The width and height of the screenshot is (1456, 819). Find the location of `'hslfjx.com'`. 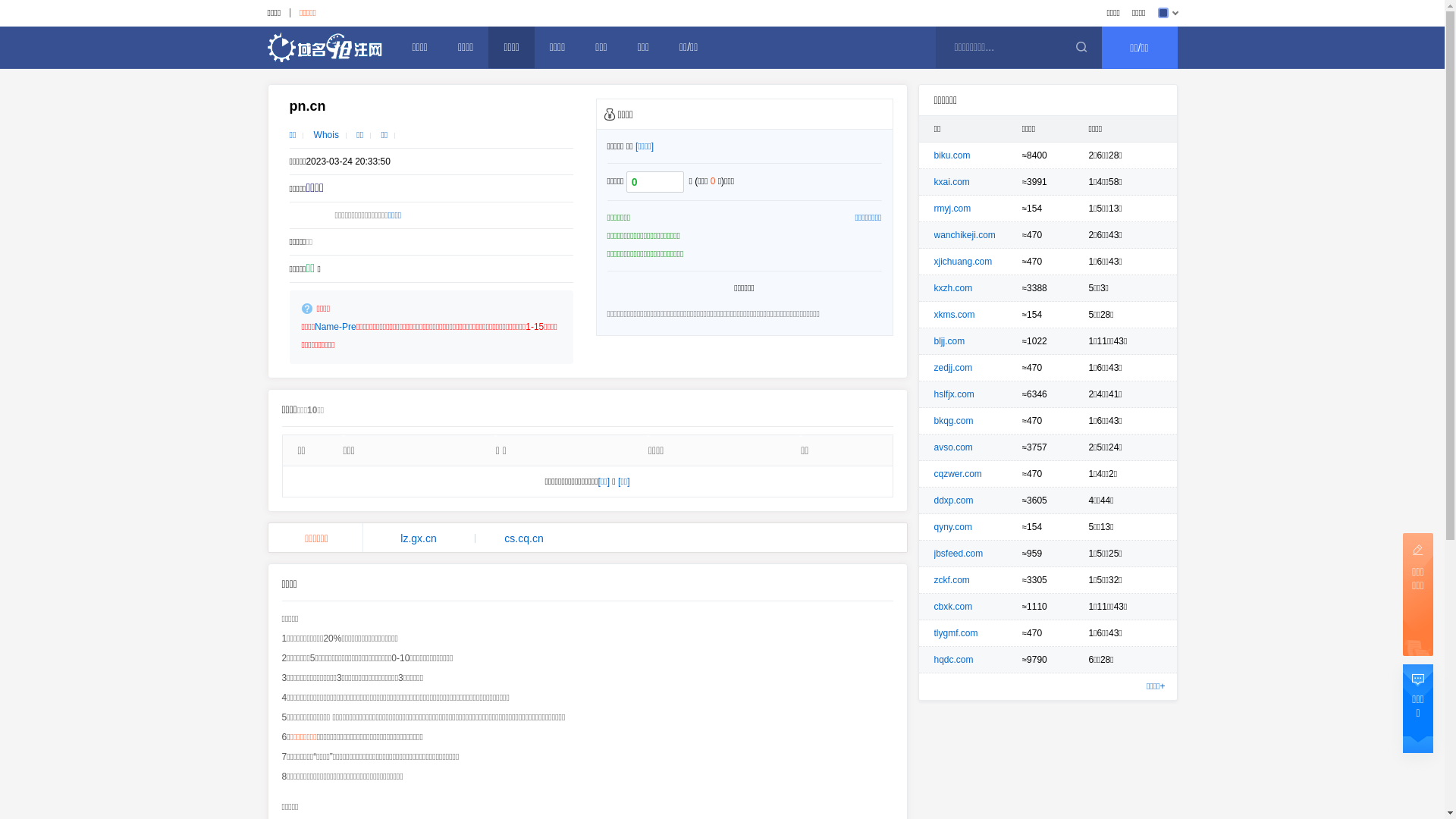

'hslfjx.com' is located at coordinates (953, 394).